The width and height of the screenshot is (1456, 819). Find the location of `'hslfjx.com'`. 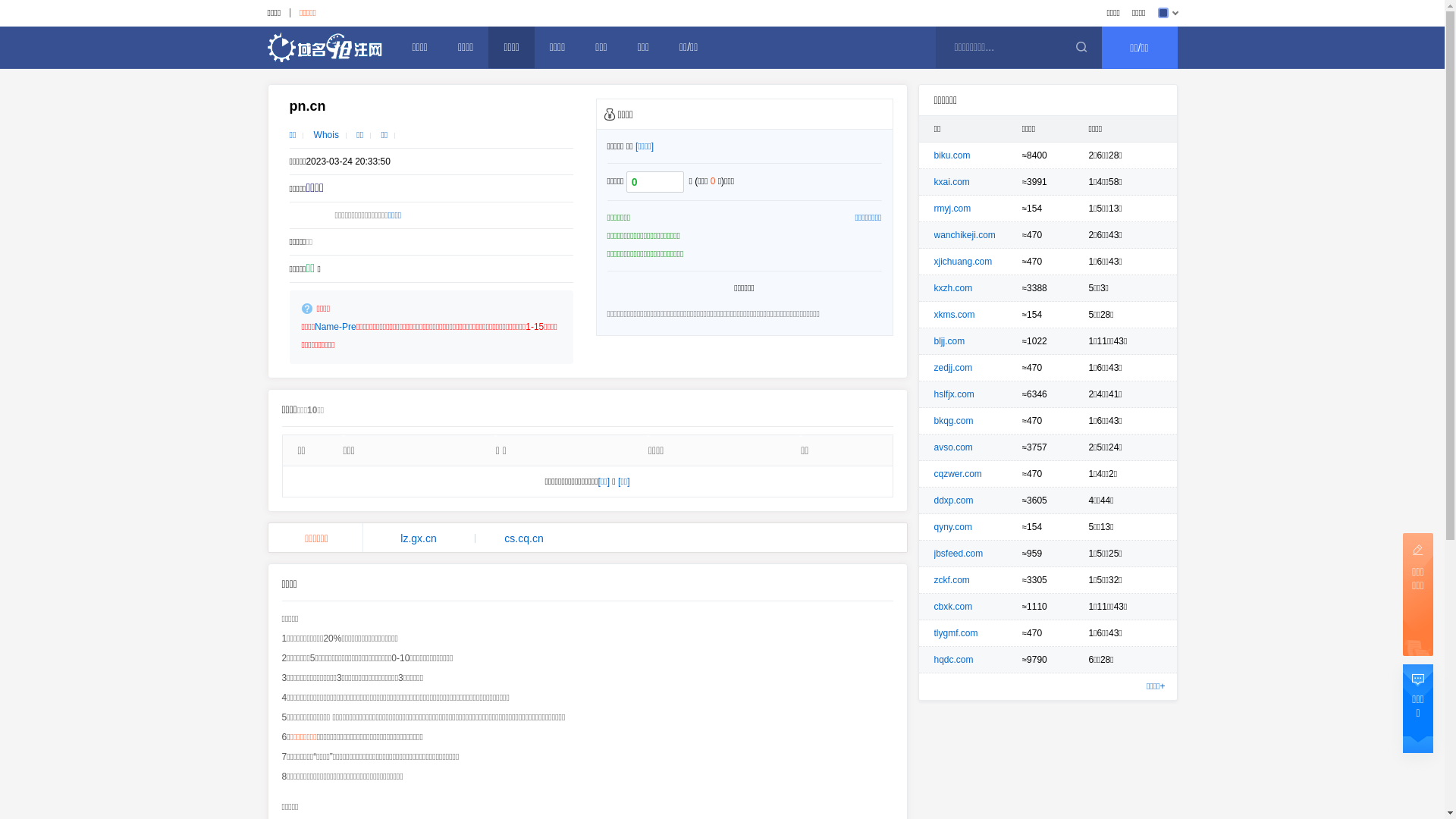

'hslfjx.com' is located at coordinates (953, 394).